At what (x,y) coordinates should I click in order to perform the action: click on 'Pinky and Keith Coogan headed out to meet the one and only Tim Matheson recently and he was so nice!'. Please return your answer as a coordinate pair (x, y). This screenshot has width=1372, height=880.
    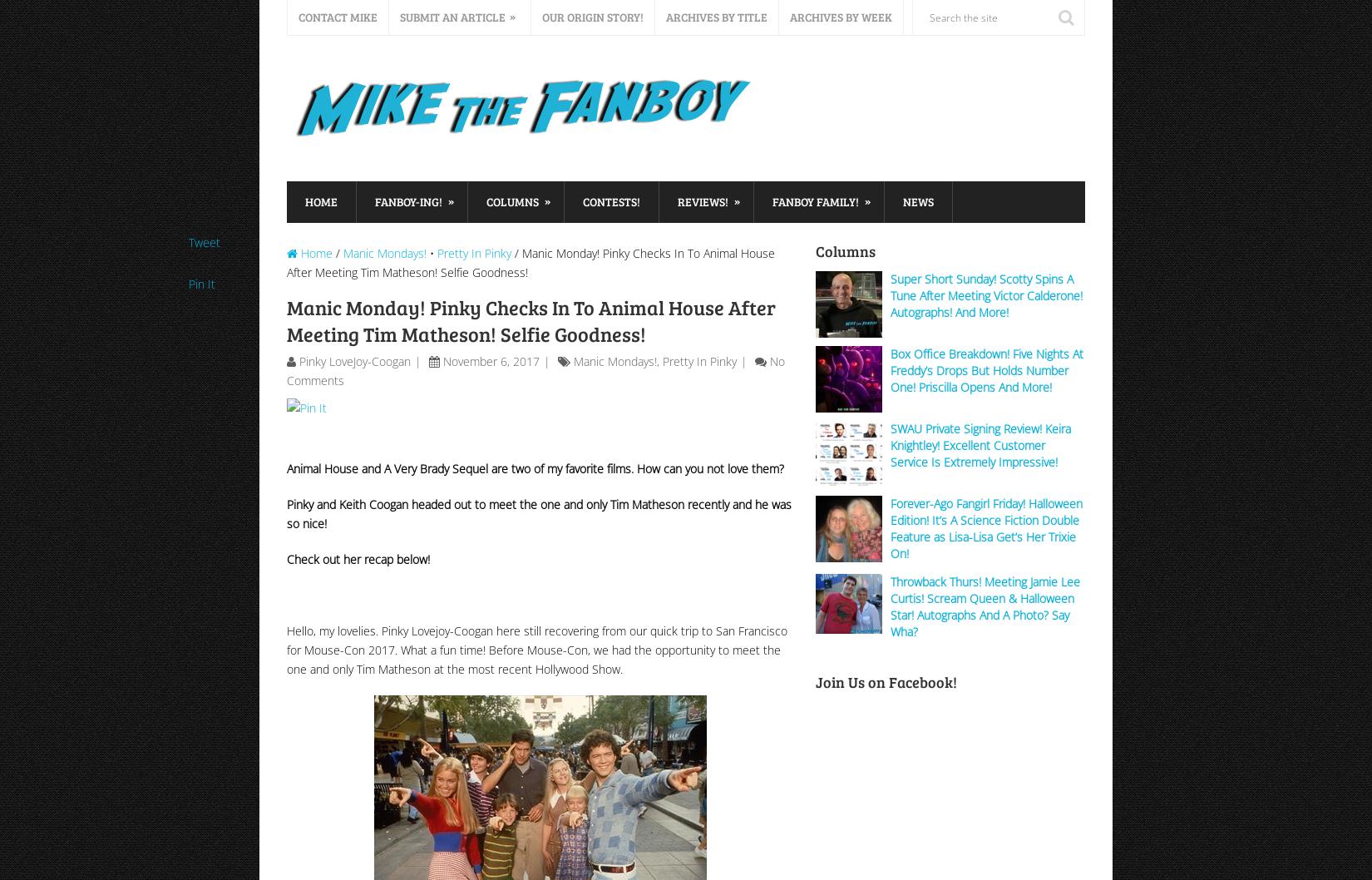
    Looking at the image, I should click on (538, 513).